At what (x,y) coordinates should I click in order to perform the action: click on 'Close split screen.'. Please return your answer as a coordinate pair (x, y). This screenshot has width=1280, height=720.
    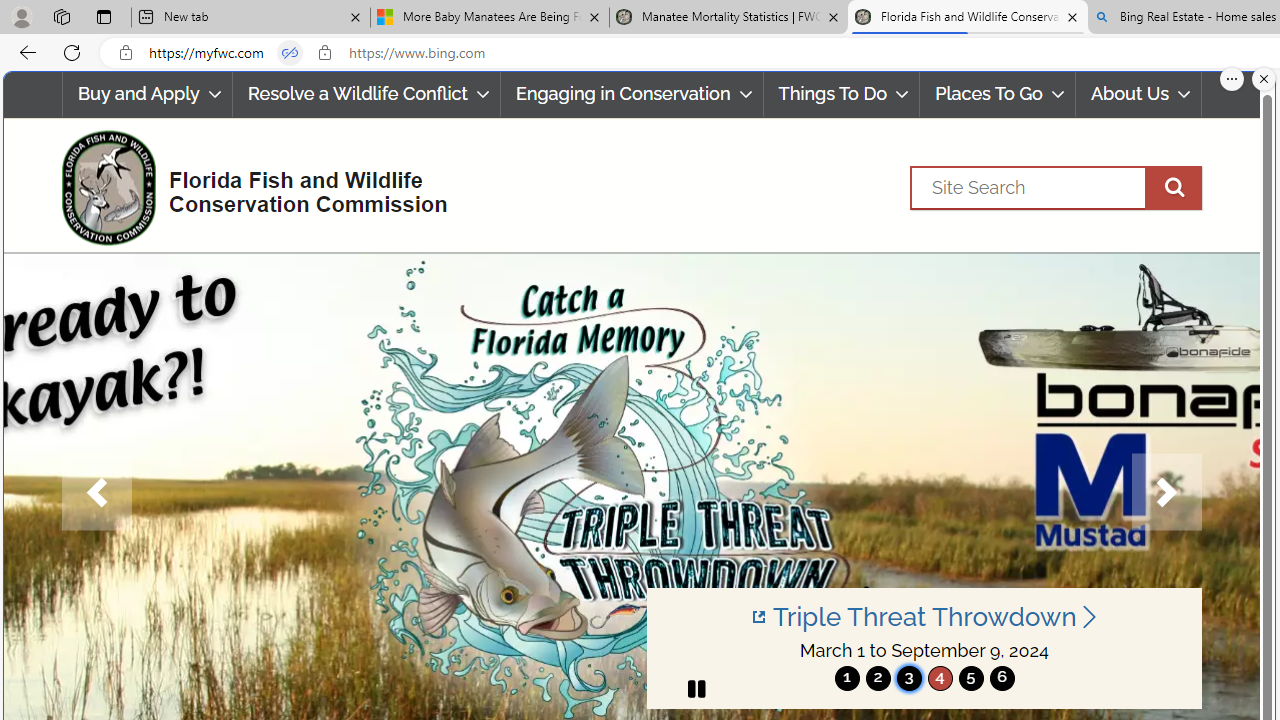
    Looking at the image, I should click on (1263, 78).